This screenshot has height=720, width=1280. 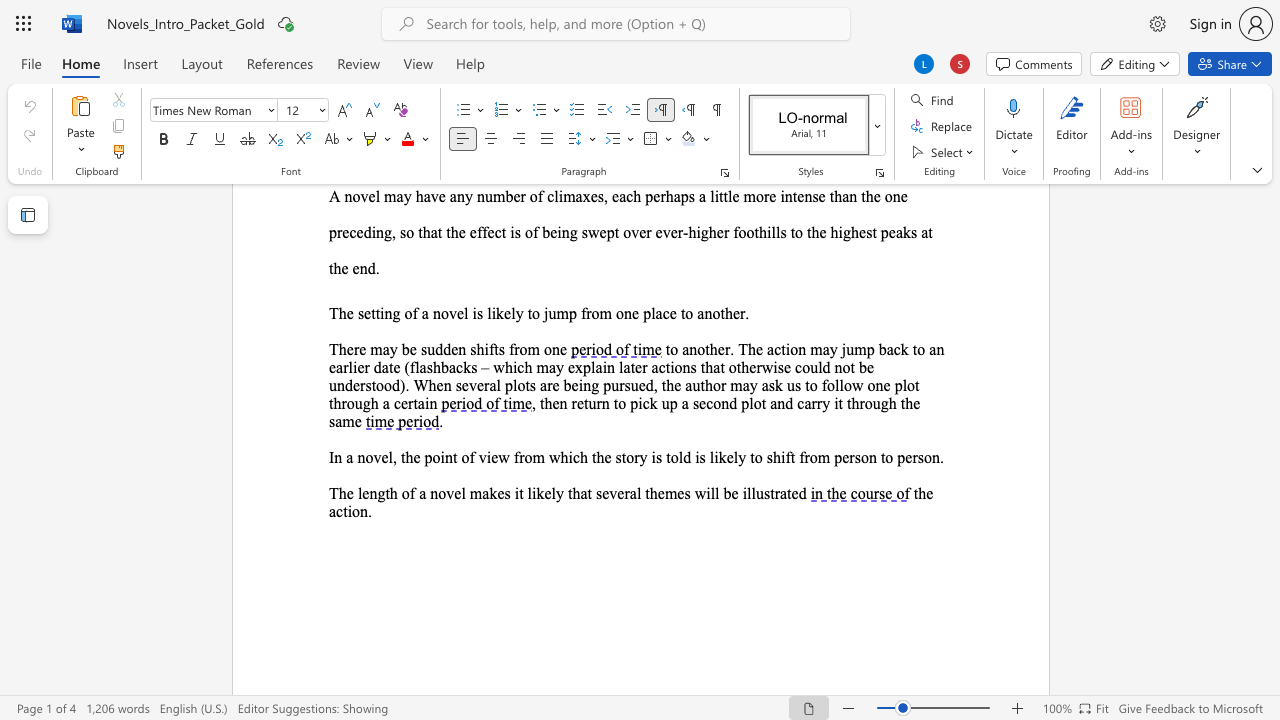 I want to click on the 1th character "f" in the text, so click(x=471, y=457).